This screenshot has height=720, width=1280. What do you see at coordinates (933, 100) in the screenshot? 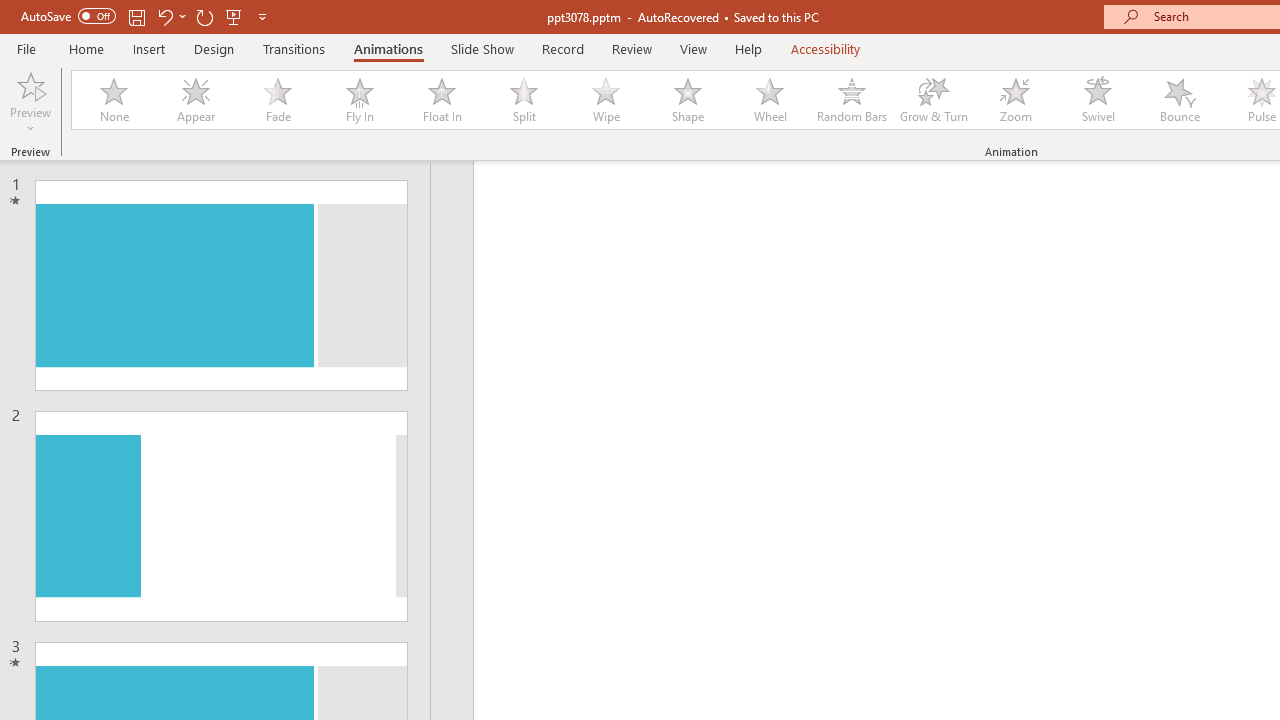
I see `'Grow & Turn'` at bounding box center [933, 100].